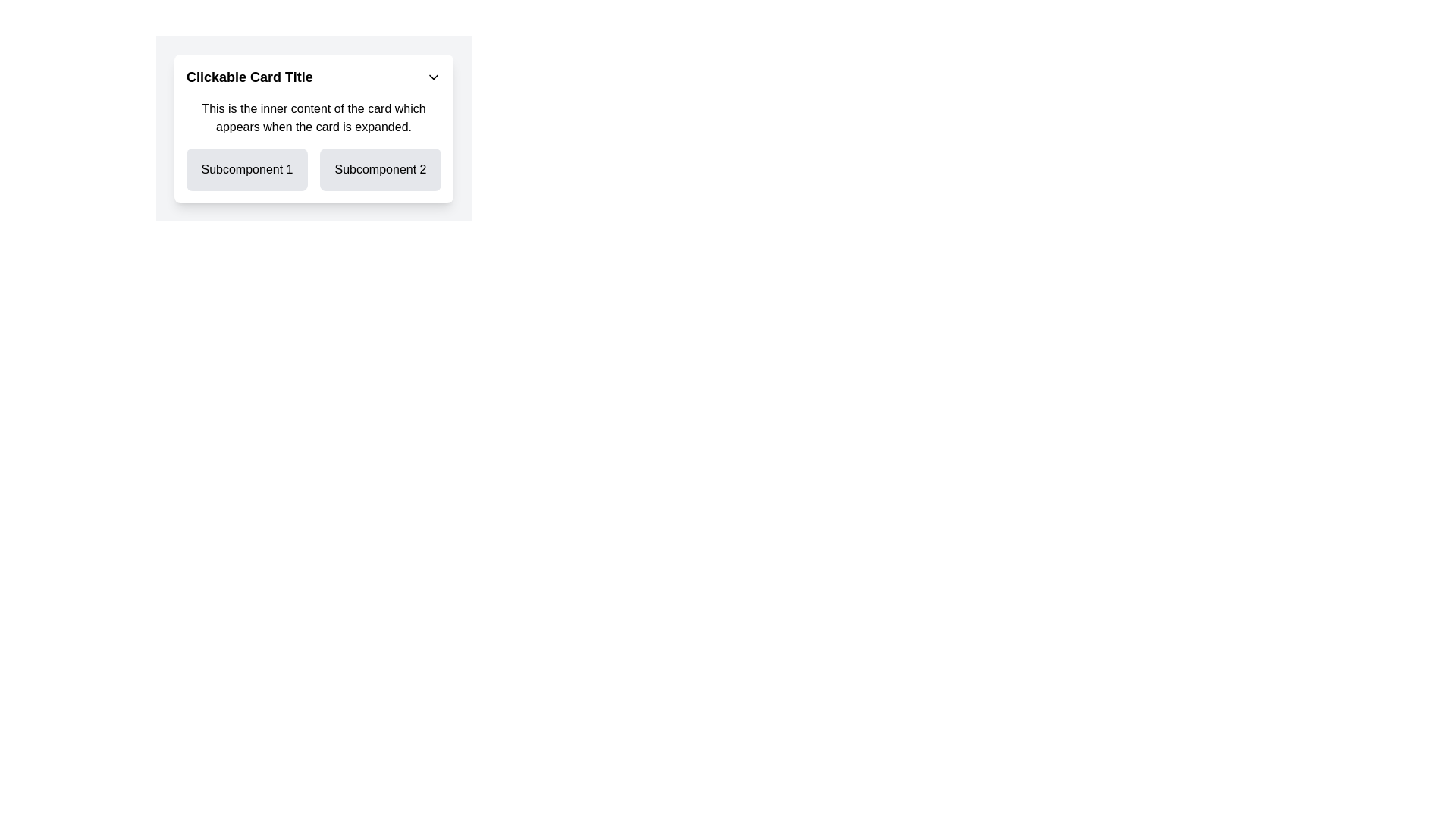 This screenshot has width=1456, height=819. Describe the element at coordinates (312, 117) in the screenshot. I see `static text content displaying the statement: 'This is the inner content of the card which appears when the card is expanded.' located in the center of the card below the card's title` at that location.